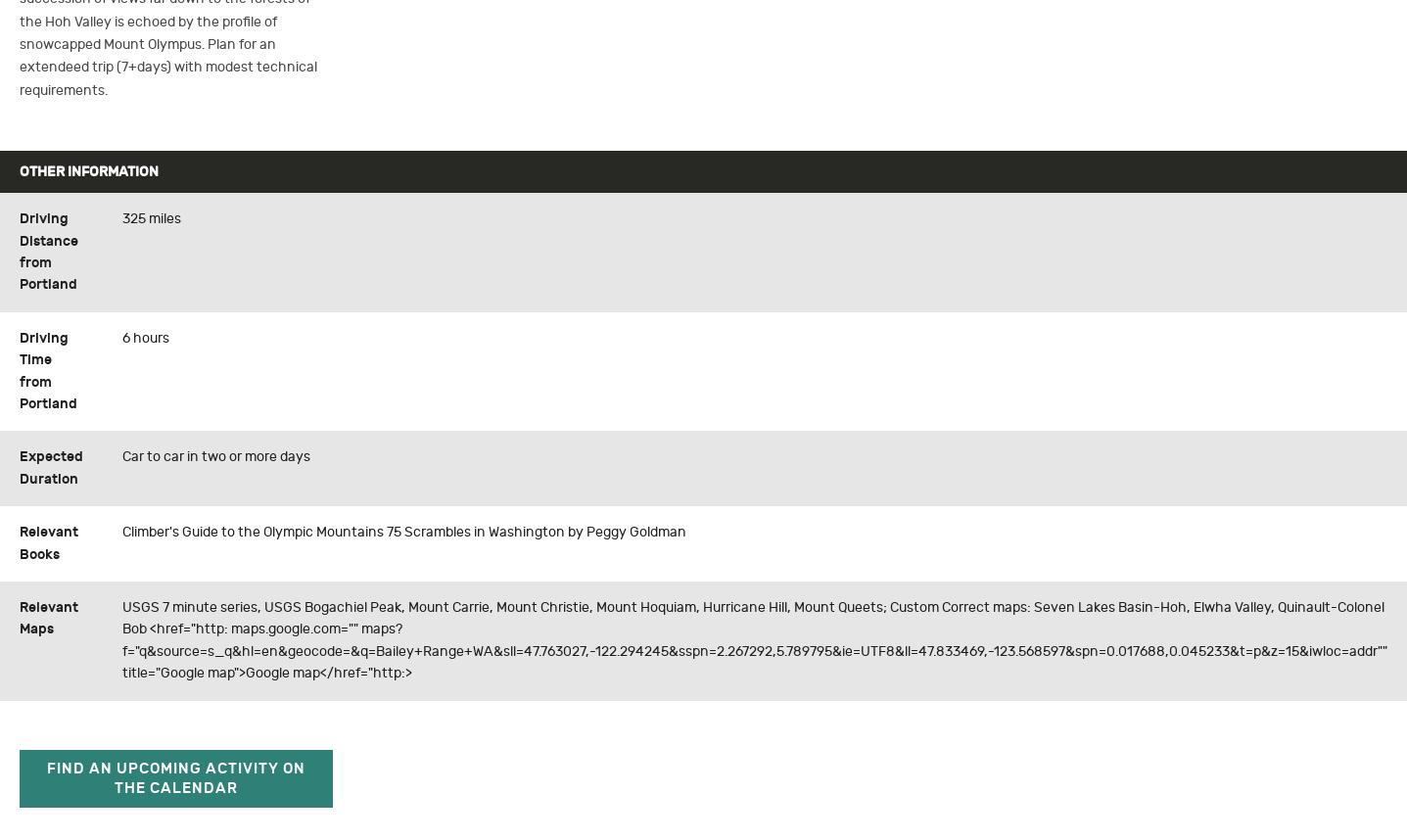 The height and width of the screenshot is (840, 1407). What do you see at coordinates (146, 337) in the screenshot?
I see `'6 hours'` at bounding box center [146, 337].